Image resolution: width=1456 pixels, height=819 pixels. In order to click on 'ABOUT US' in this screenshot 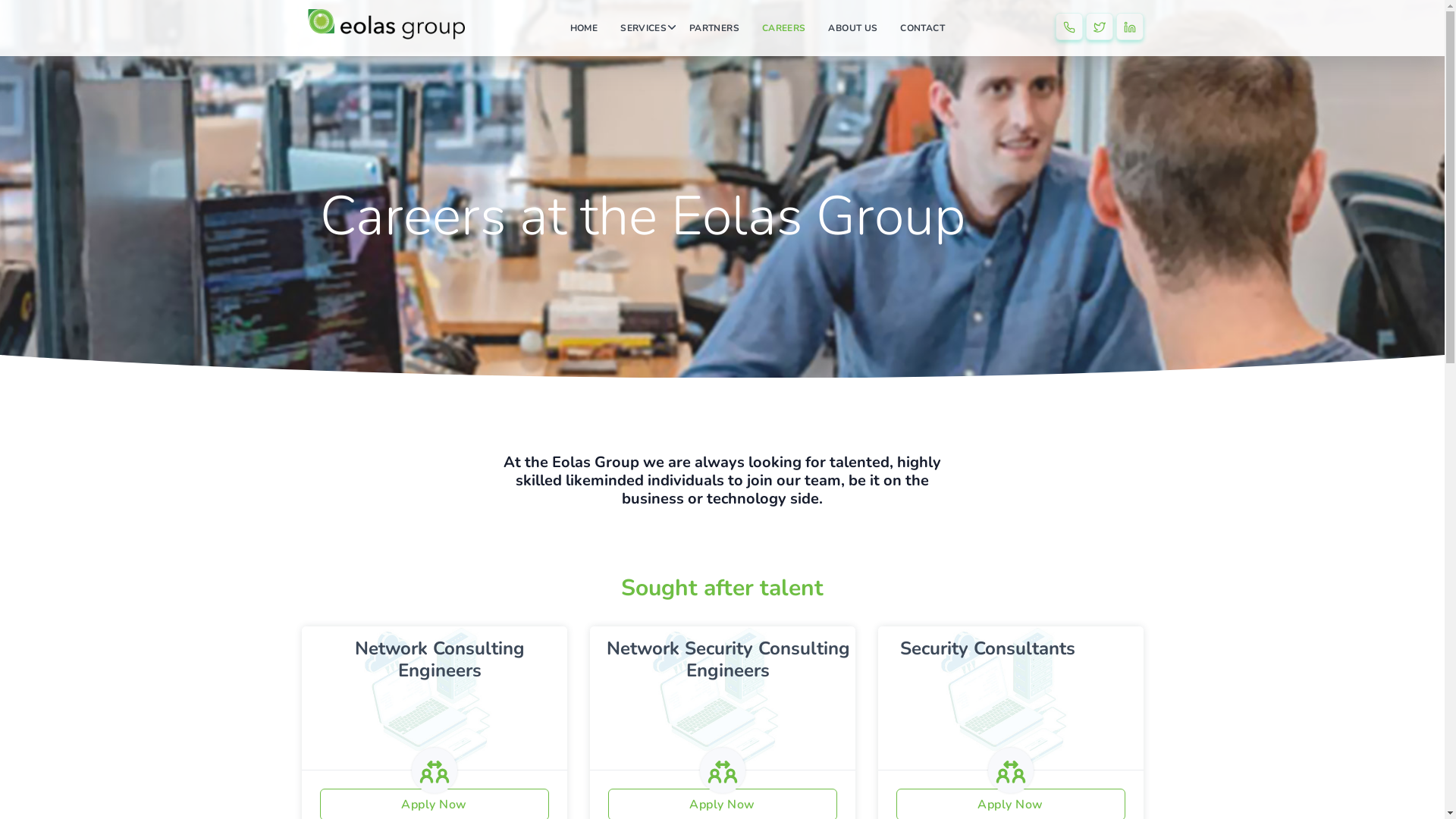, I will do `click(852, 28)`.